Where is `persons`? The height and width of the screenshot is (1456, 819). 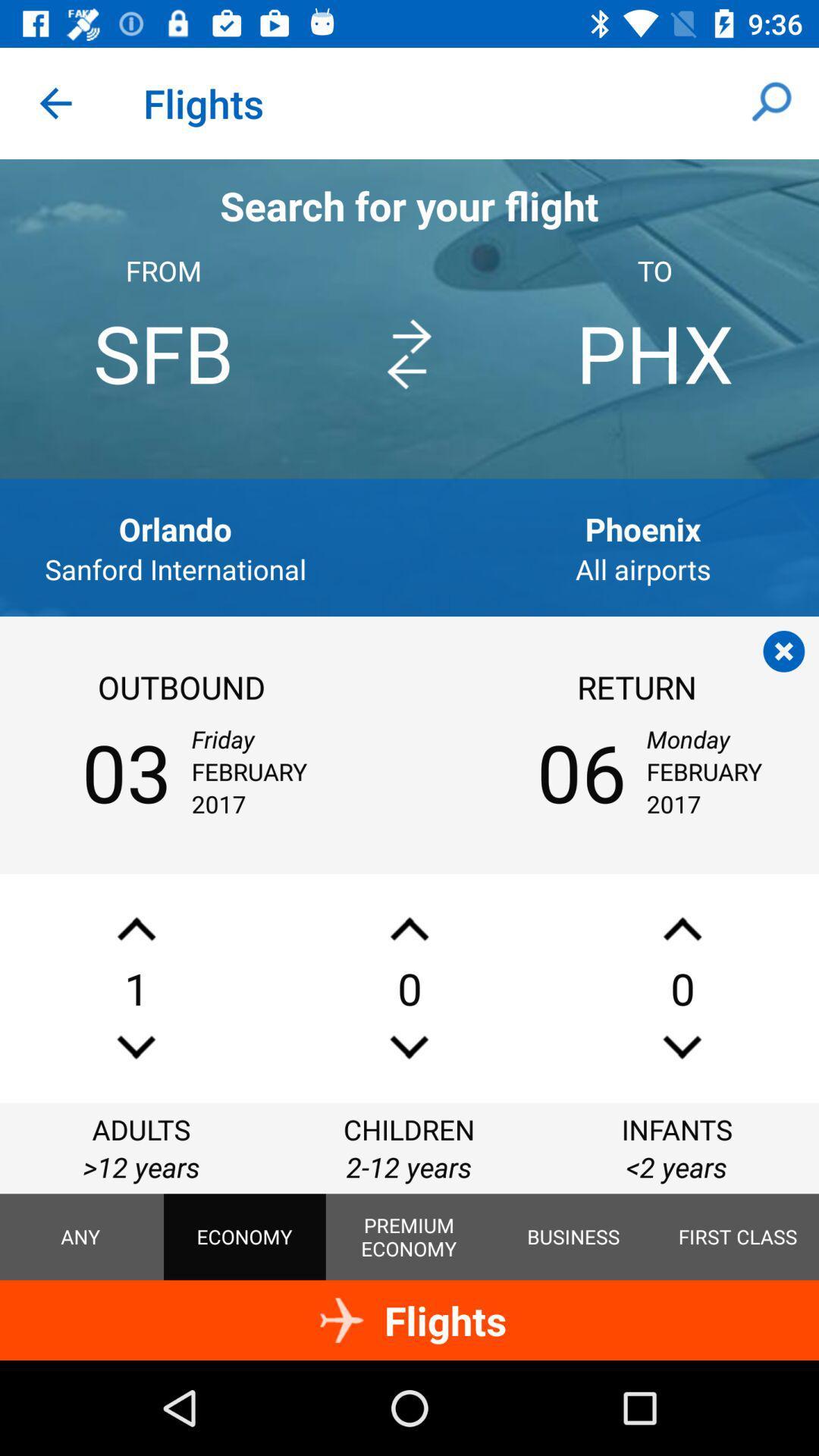
persons is located at coordinates (409, 1046).